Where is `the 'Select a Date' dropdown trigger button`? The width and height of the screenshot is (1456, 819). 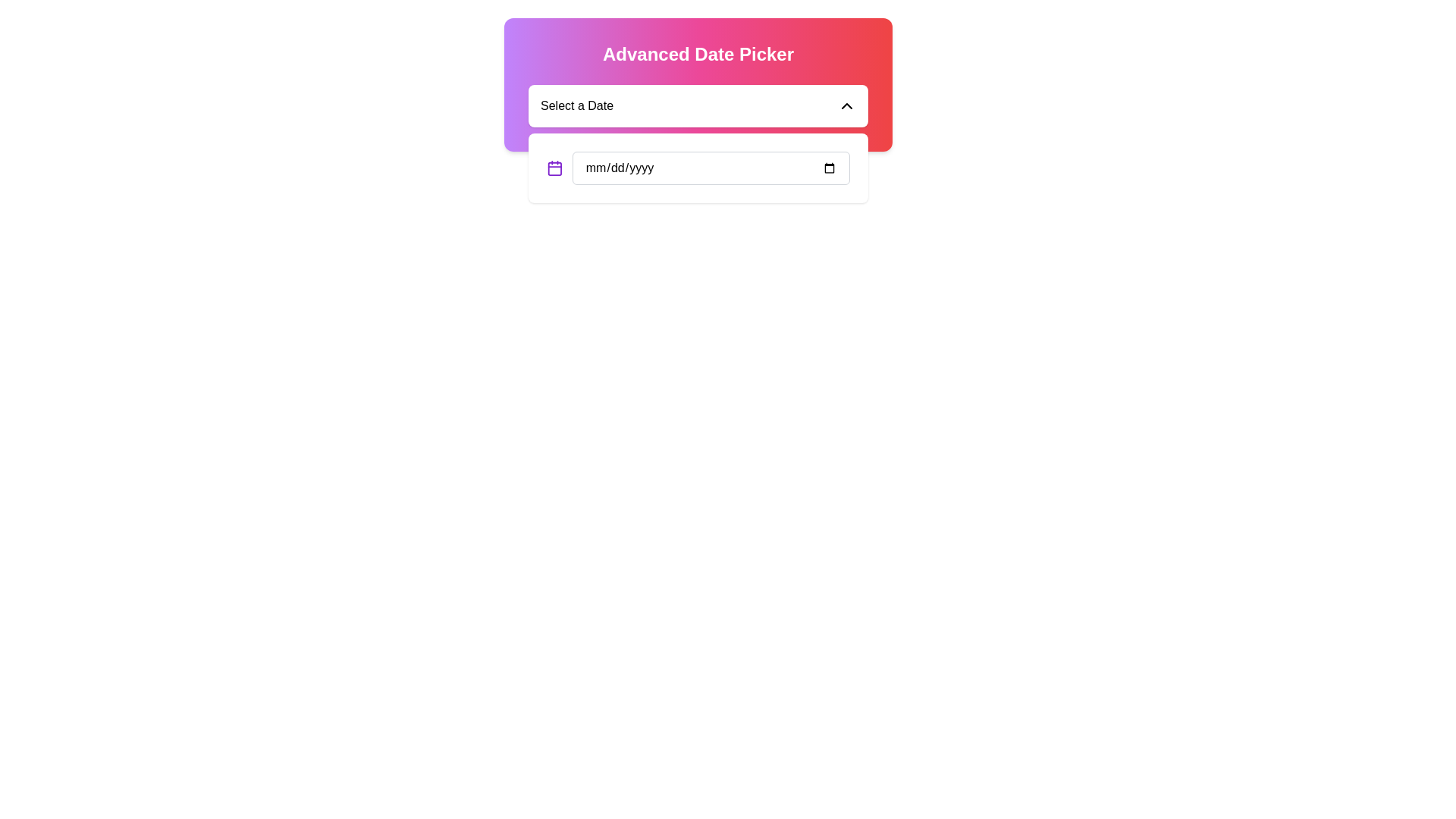 the 'Select a Date' dropdown trigger button is located at coordinates (698, 105).